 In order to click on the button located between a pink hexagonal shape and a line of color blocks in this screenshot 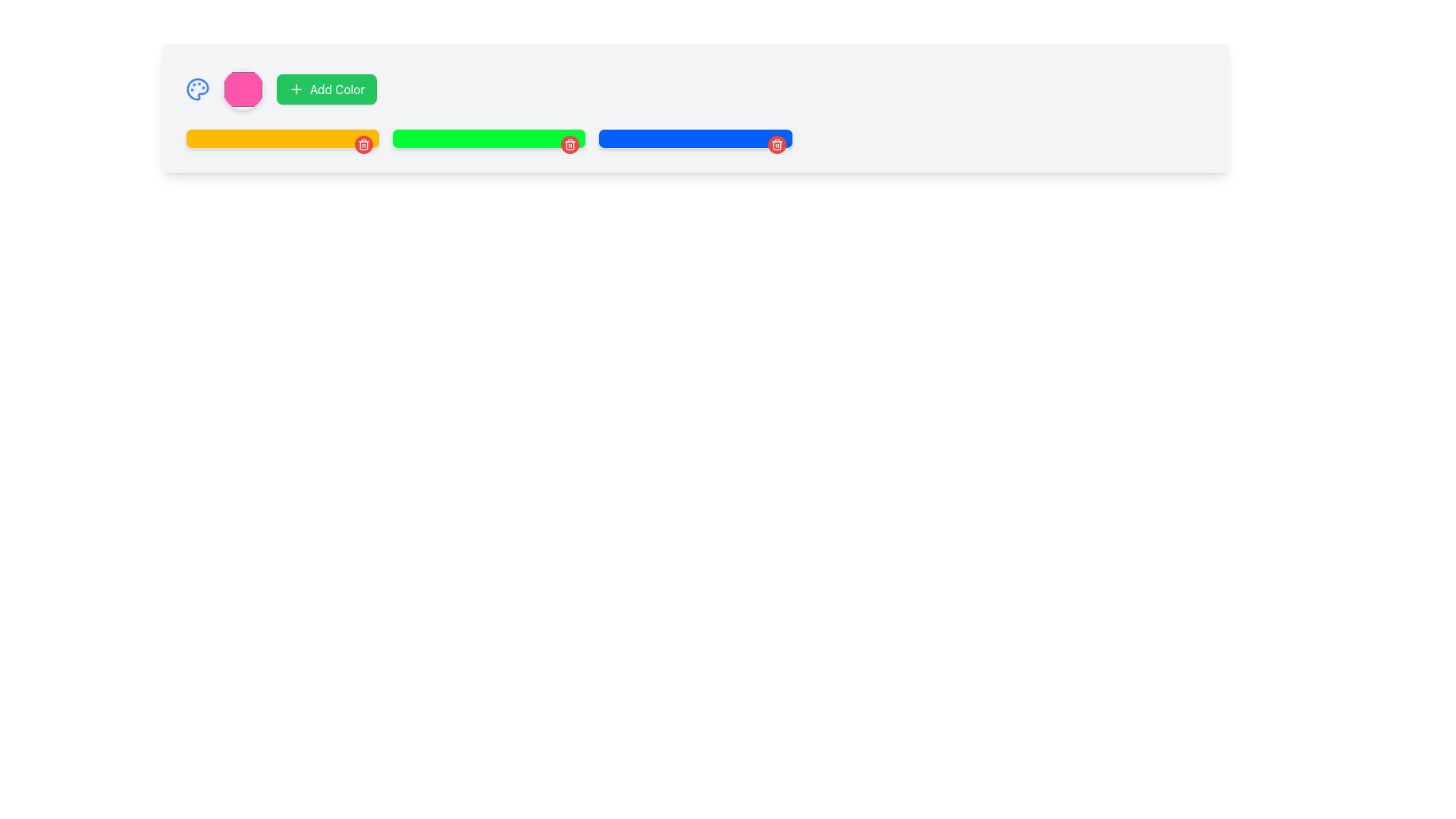, I will do `click(326, 89)`.